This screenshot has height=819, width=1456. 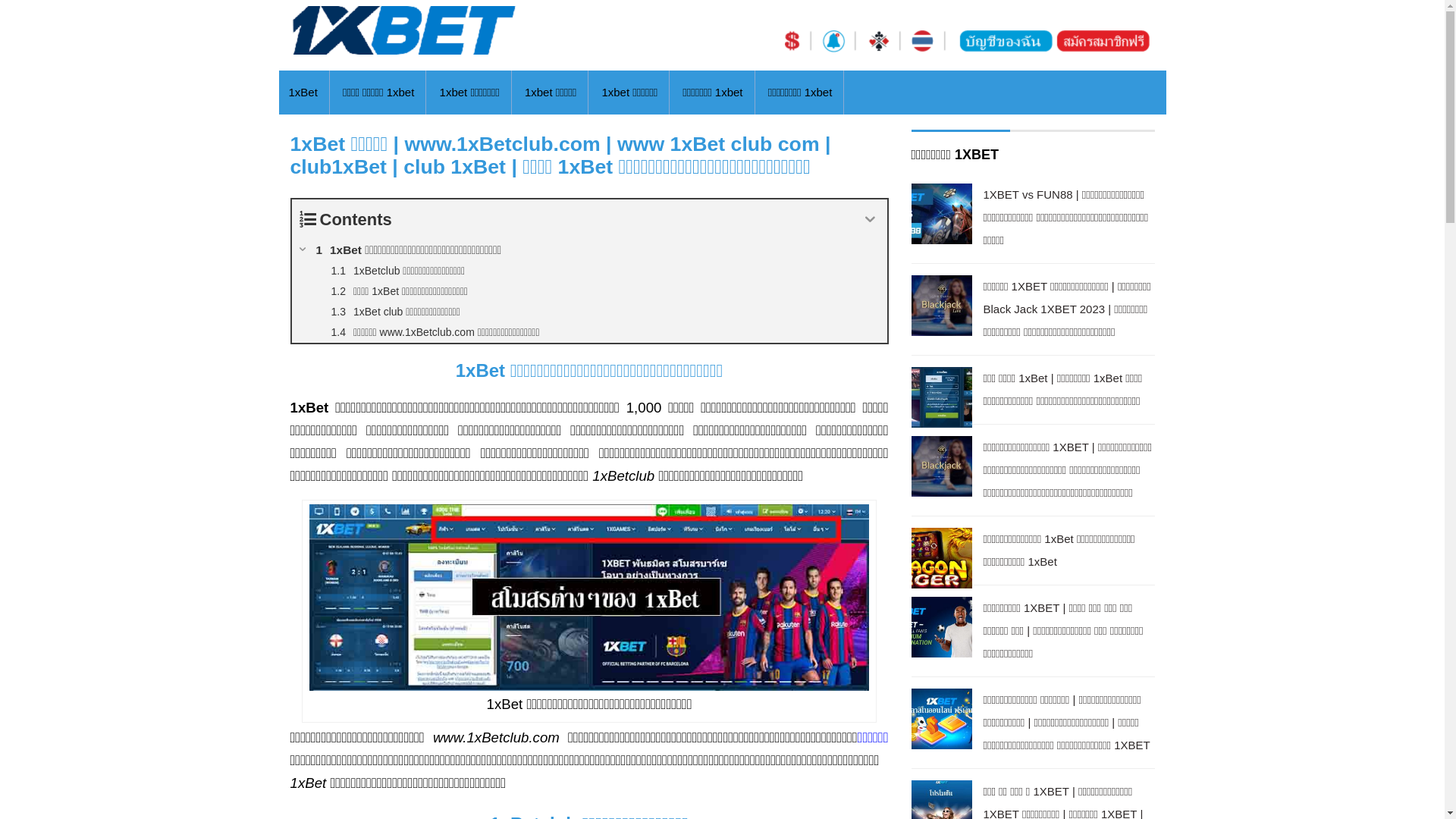 What do you see at coordinates (287, 93) in the screenshot?
I see `'1xBet'` at bounding box center [287, 93].